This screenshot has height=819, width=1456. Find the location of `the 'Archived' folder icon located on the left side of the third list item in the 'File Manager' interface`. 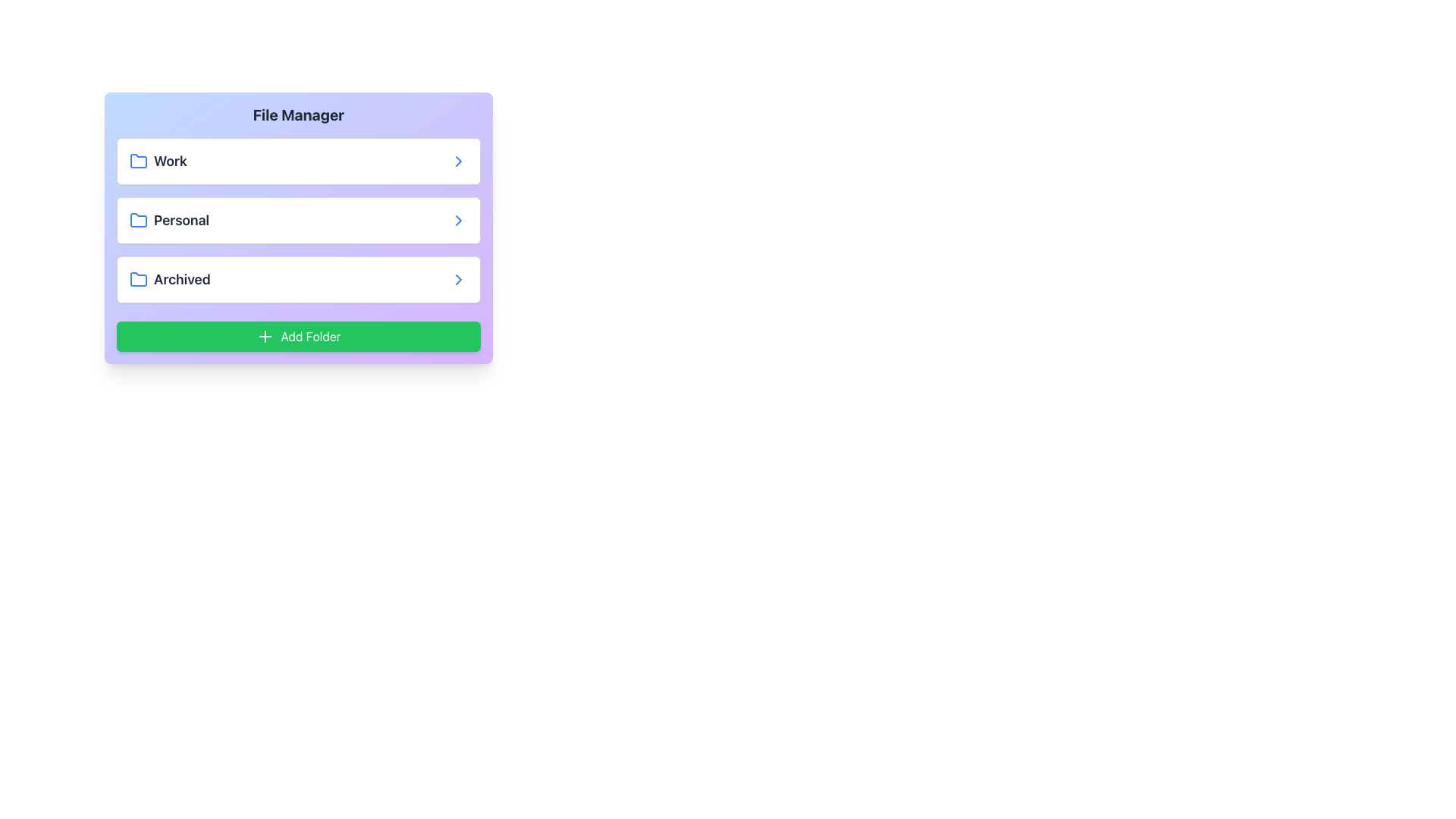

the 'Archived' folder icon located on the left side of the third list item in the 'File Manager' interface is located at coordinates (138, 278).